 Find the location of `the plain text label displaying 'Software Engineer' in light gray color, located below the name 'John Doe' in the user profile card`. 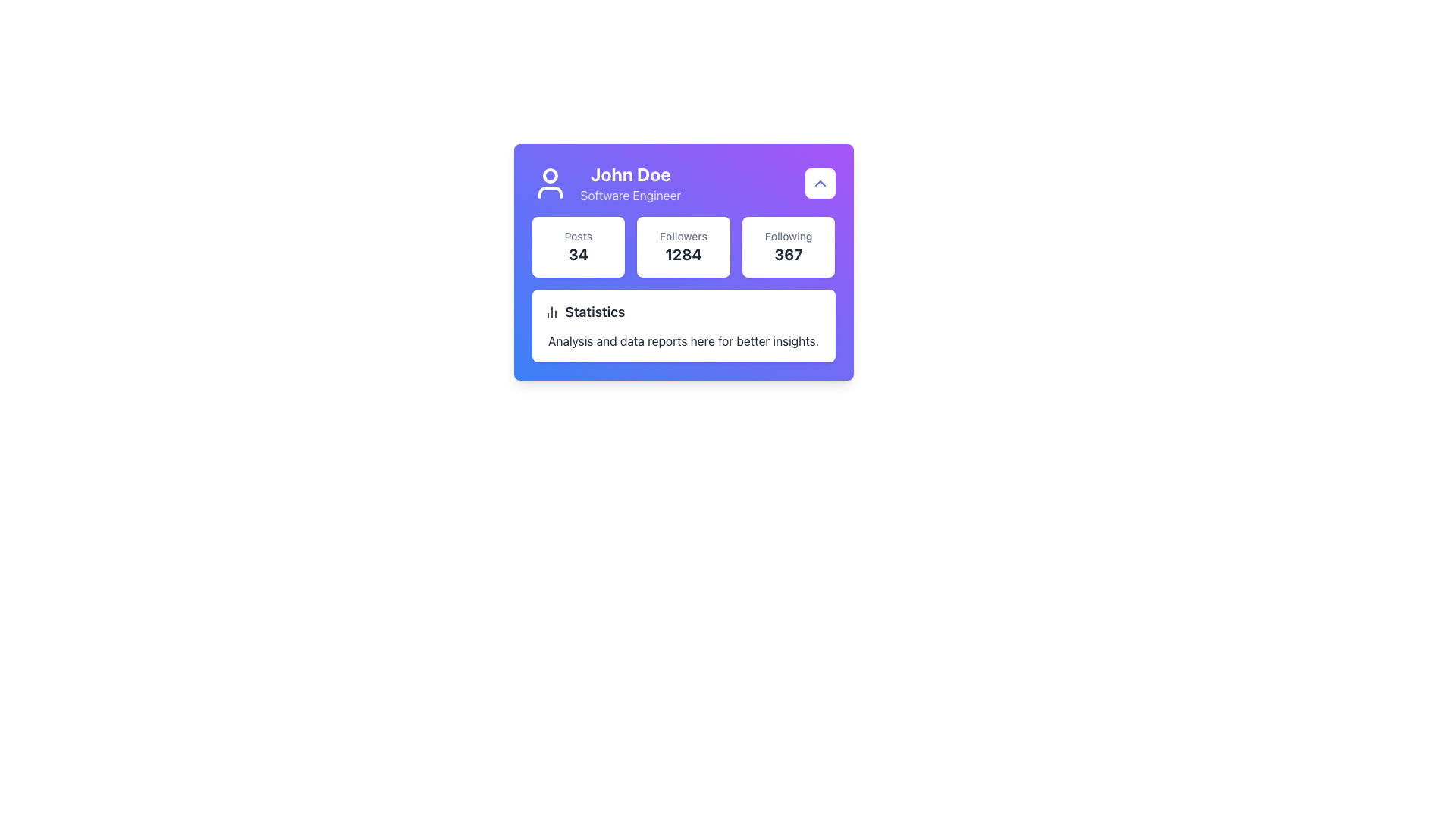

the plain text label displaying 'Software Engineer' in light gray color, located below the name 'John Doe' in the user profile card is located at coordinates (630, 195).